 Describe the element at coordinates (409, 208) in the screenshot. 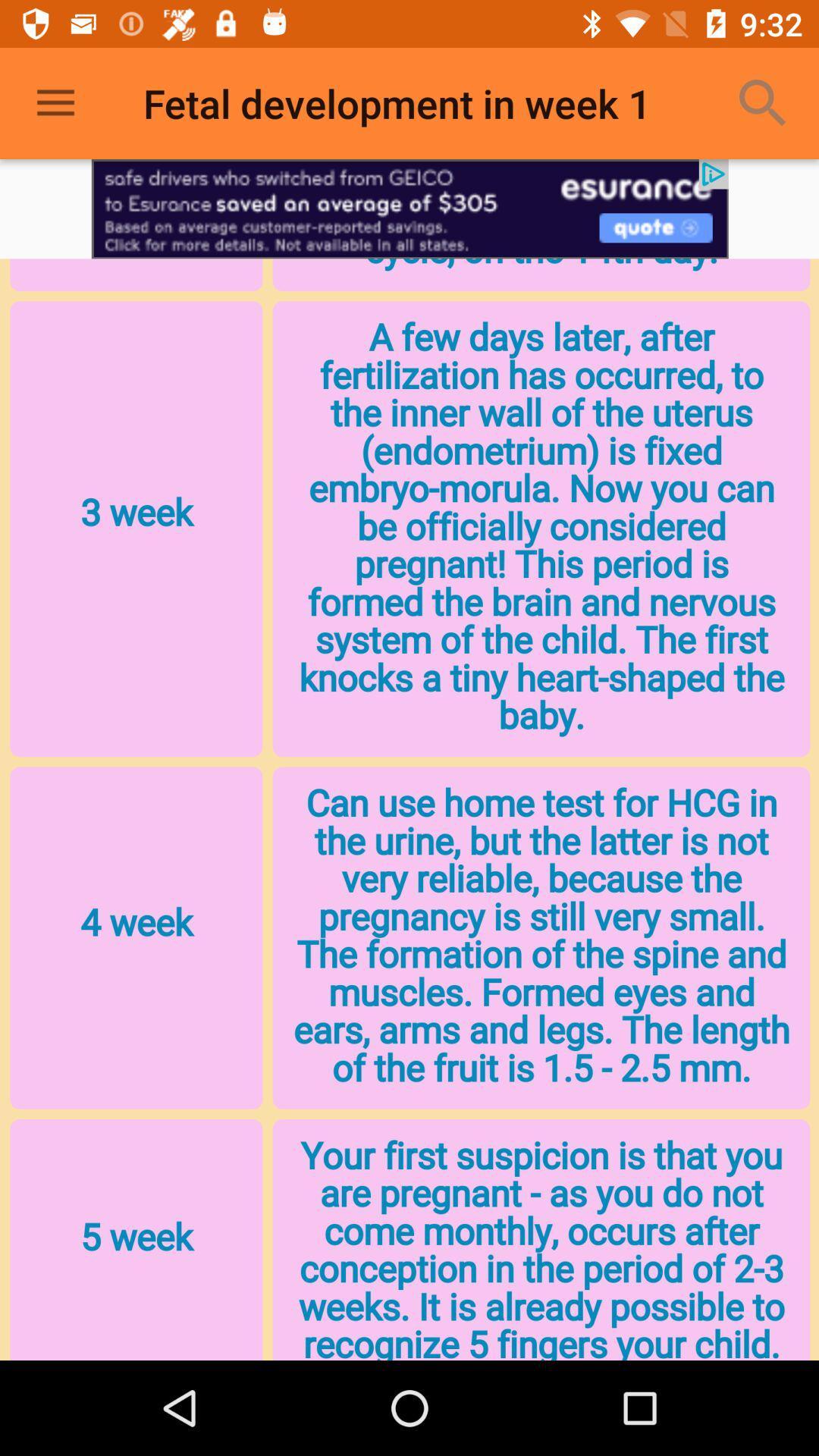

I see `advertisement` at that location.